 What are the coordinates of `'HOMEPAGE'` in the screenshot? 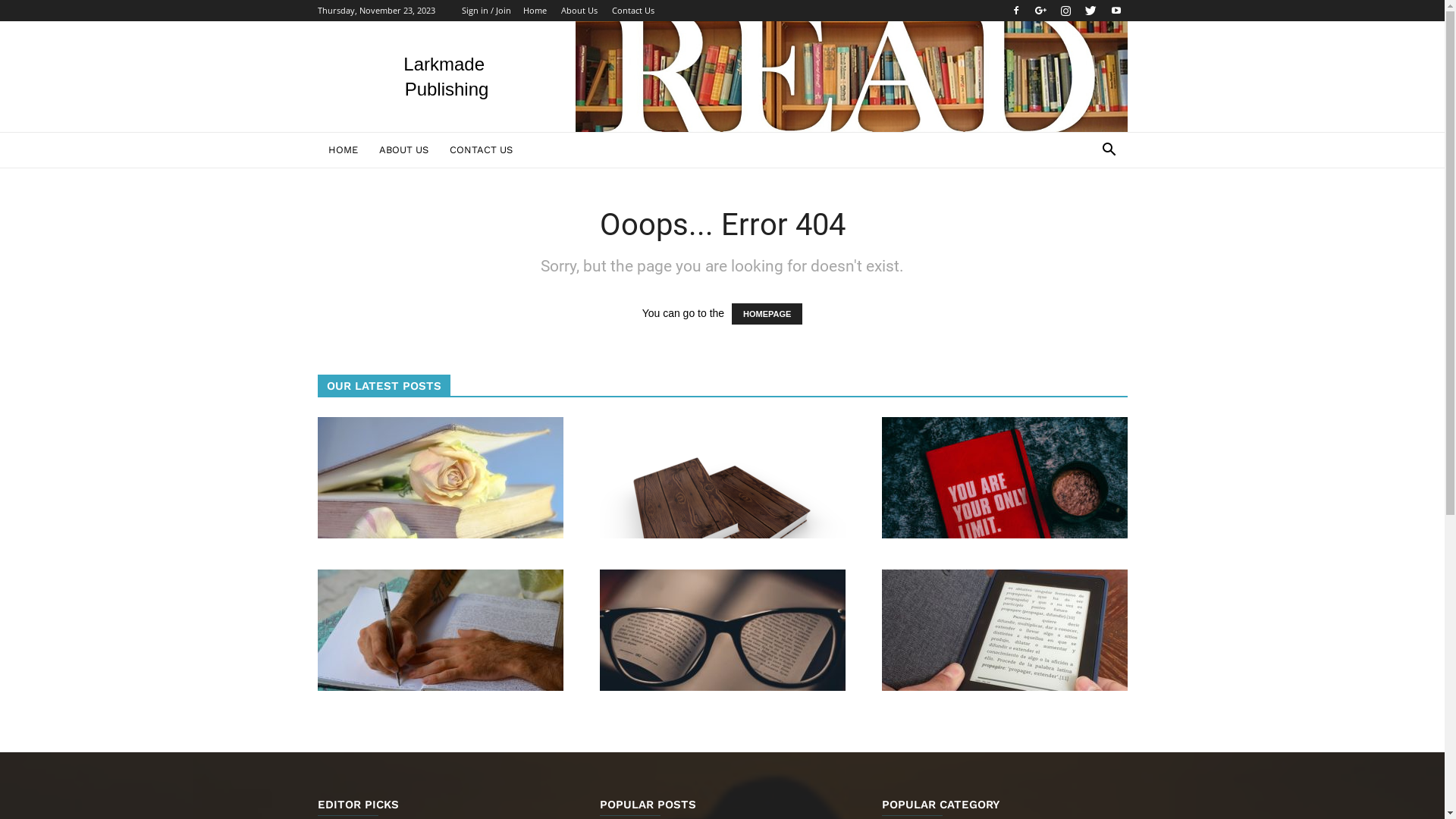 It's located at (731, 312).